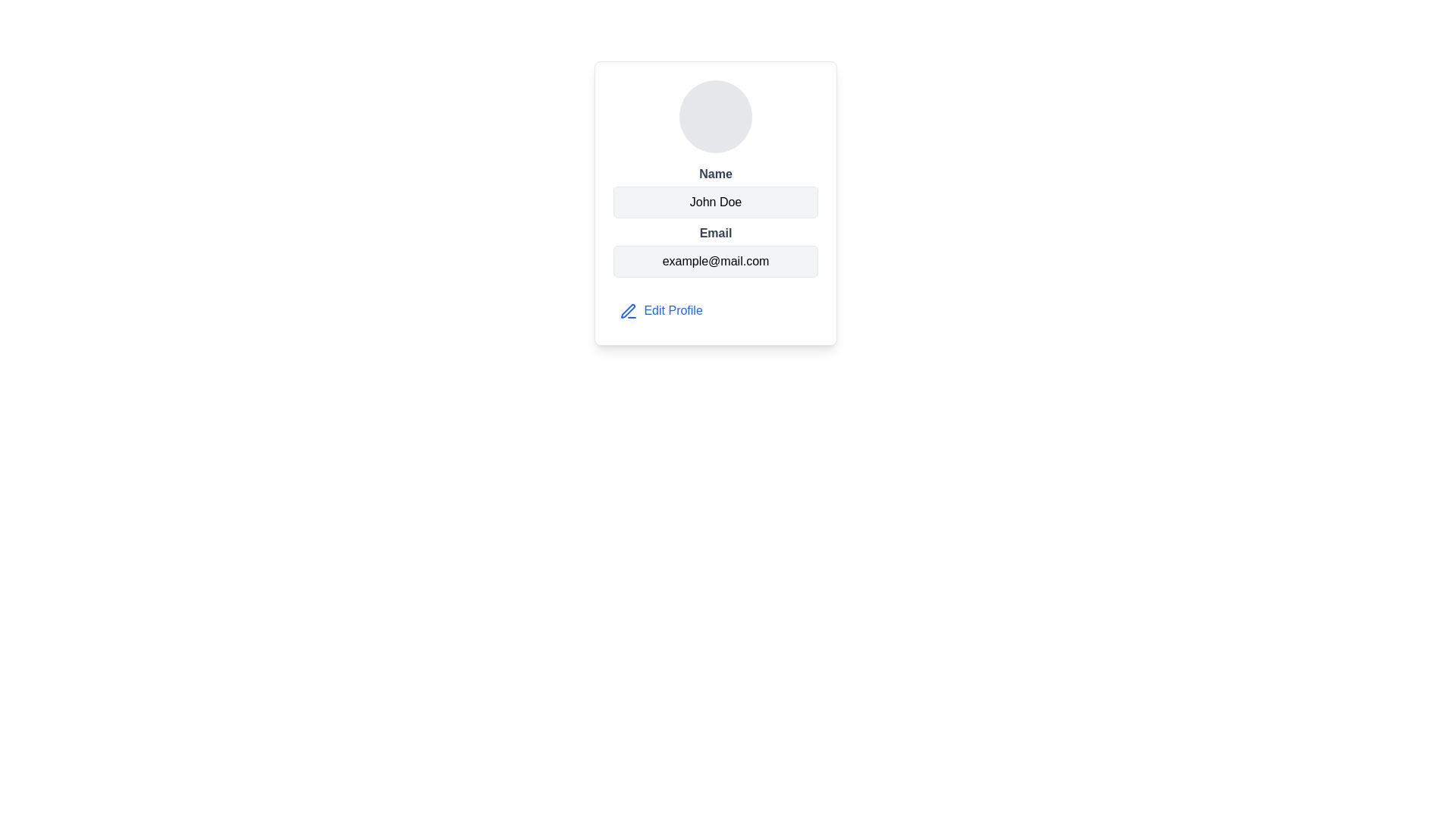 This screenshot has height=819, width=1456. I want to click on the blue outlined pen icon located to the left of the 'Edit Profile' text in the user details card layout, so click(629, 309).